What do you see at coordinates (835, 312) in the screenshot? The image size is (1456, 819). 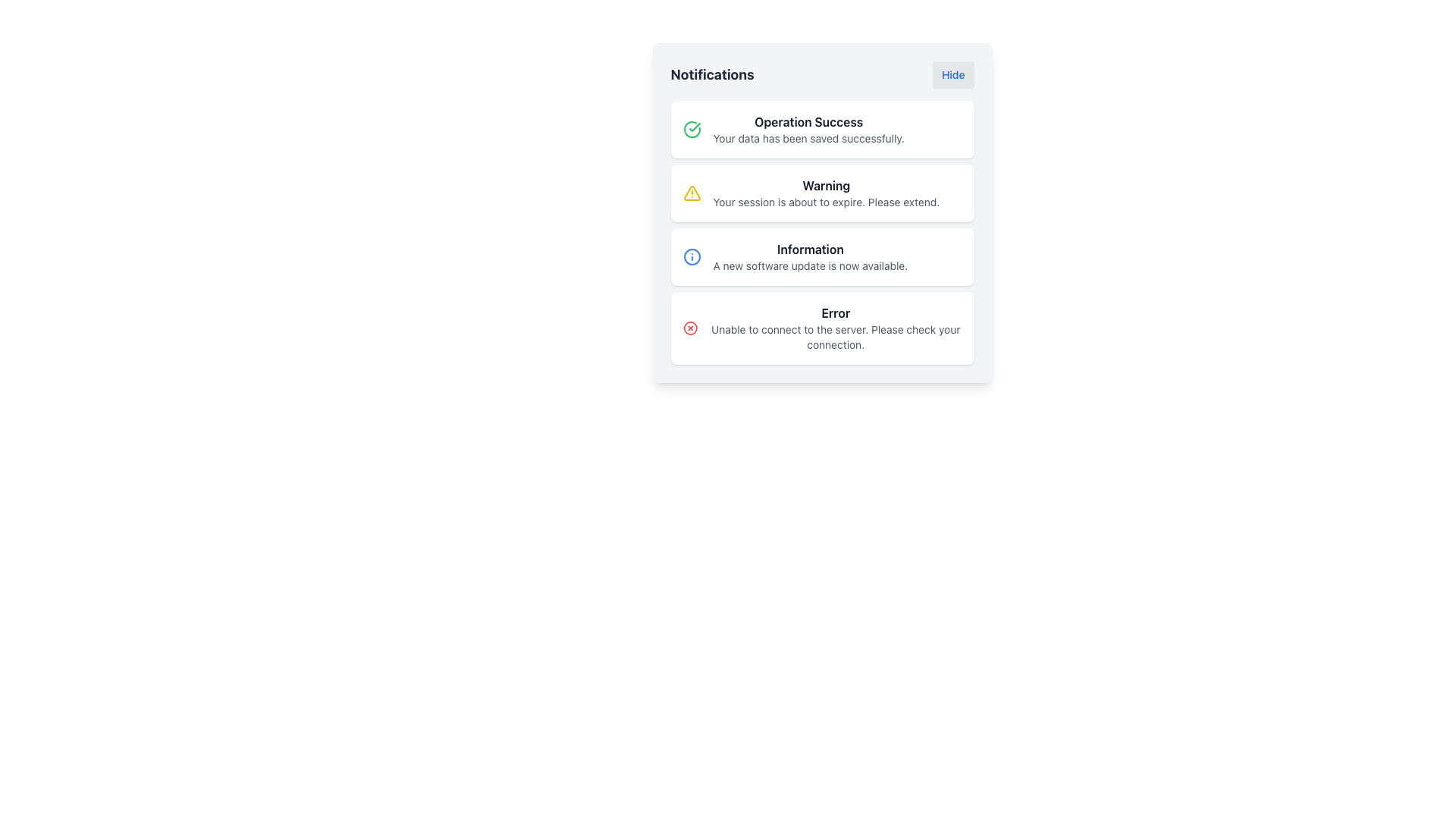 I see `the error notification title label which summarizes the notification's purpose, positioned above the message 'Unable to connect to the server.'` at bounding box center [835, 312].